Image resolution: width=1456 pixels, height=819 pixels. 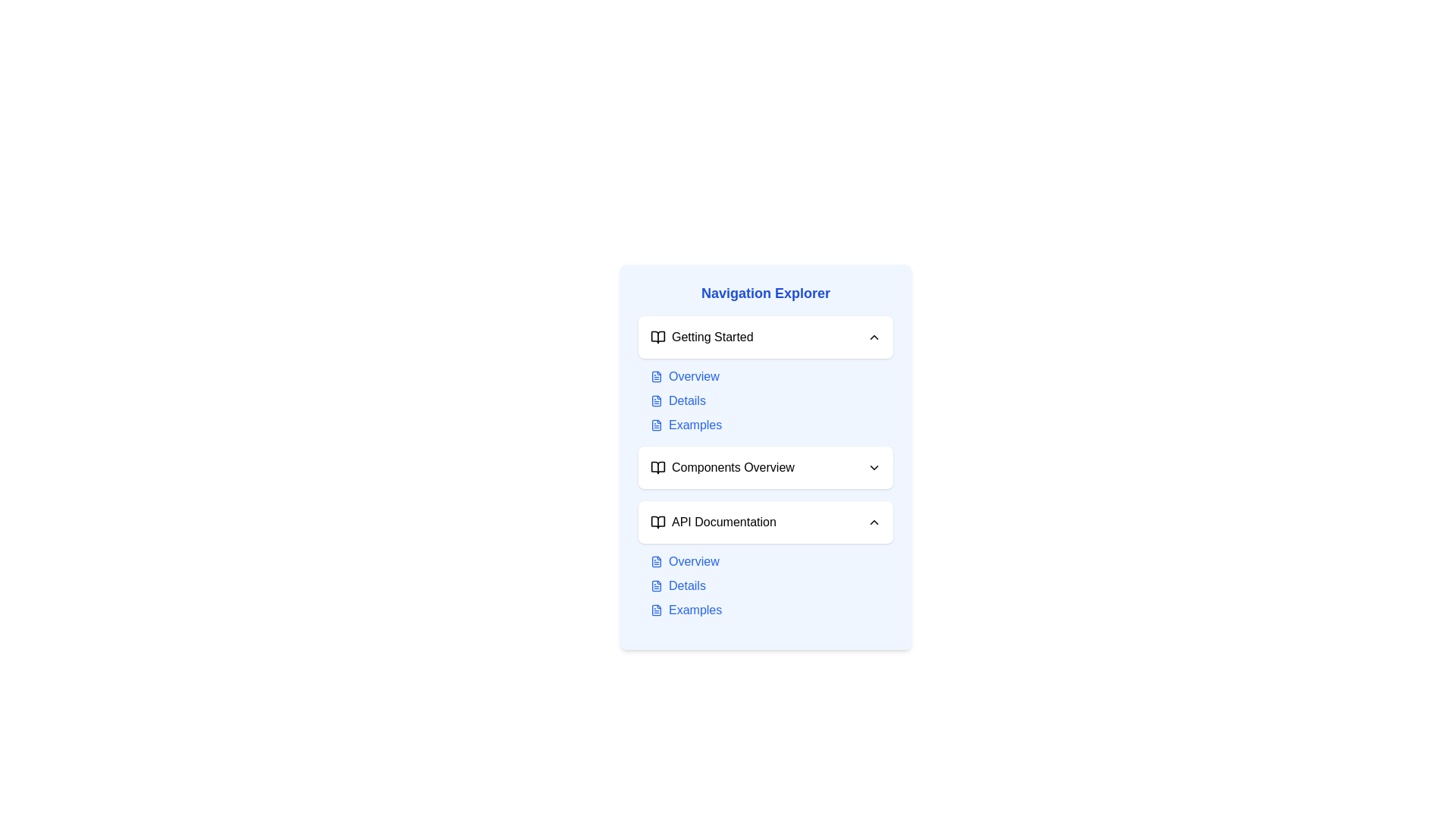 I want to click on the icon representing the 'Components Overview' section in the navigation menu, located at the top-left of the section before the text label, so click(x=658, y=467).